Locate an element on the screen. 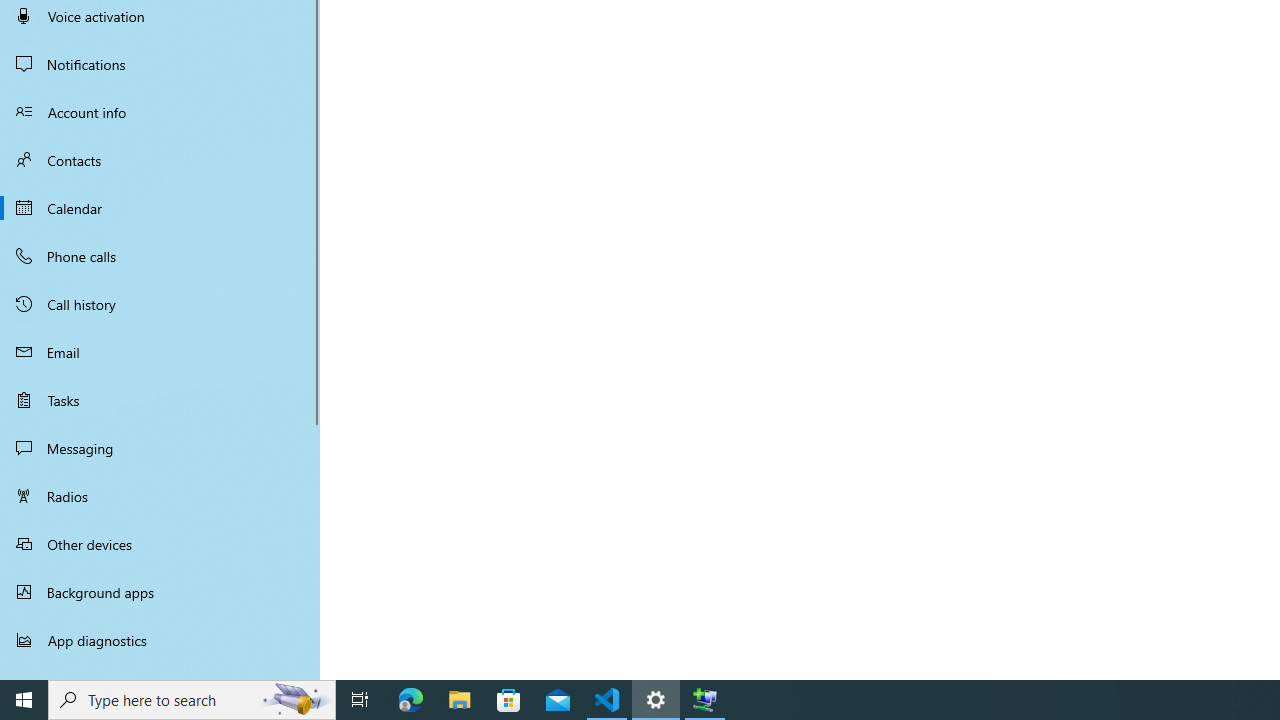 Image resolution: width=1280 pixels, height=720 pixels. 'Phone calls' is located at coordinates (160, 254).